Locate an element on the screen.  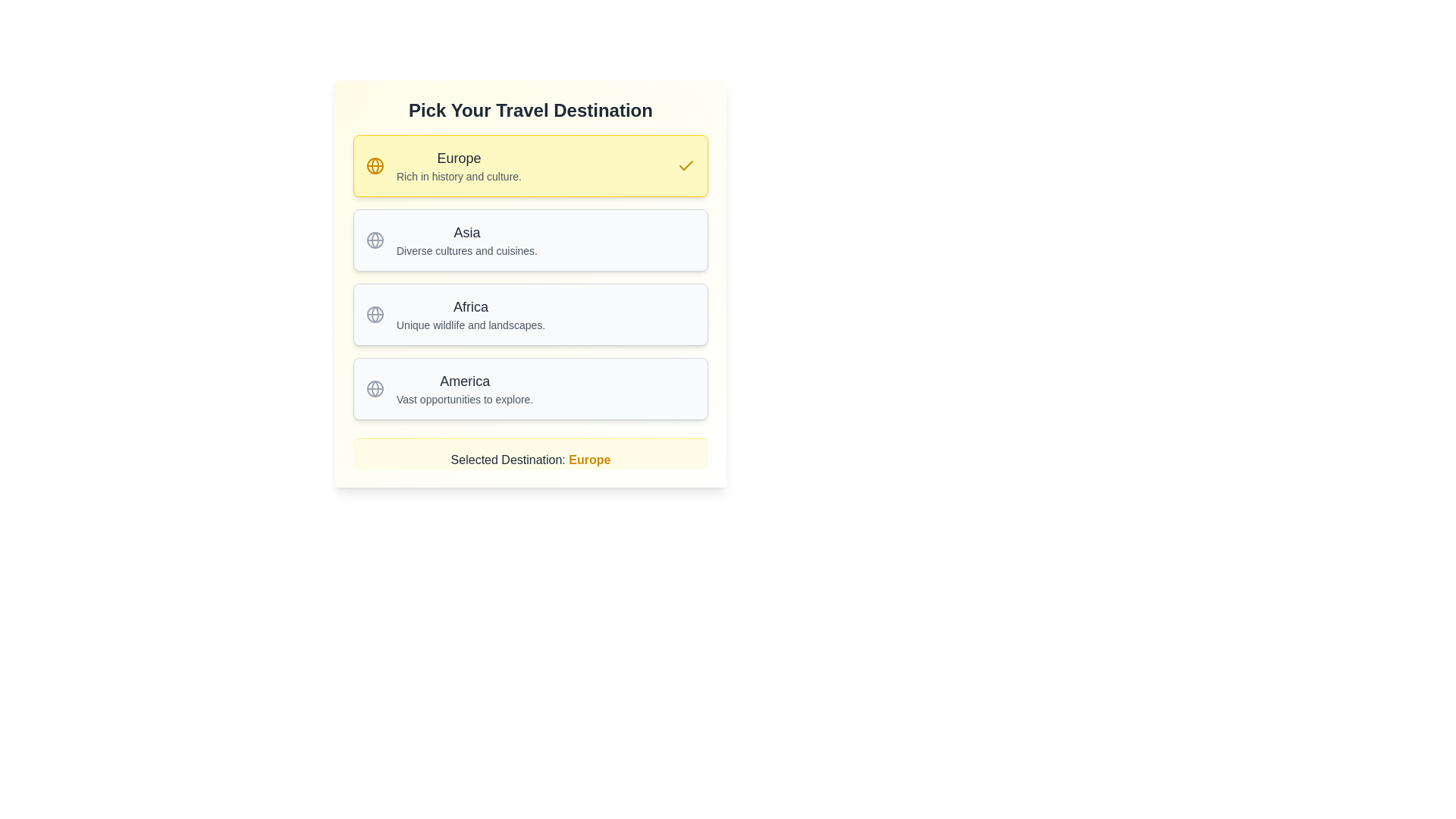
the prominently styled 'Asia' text label, which is the second item in a vertical list of travel destinations is located at coordinates (466, 233).